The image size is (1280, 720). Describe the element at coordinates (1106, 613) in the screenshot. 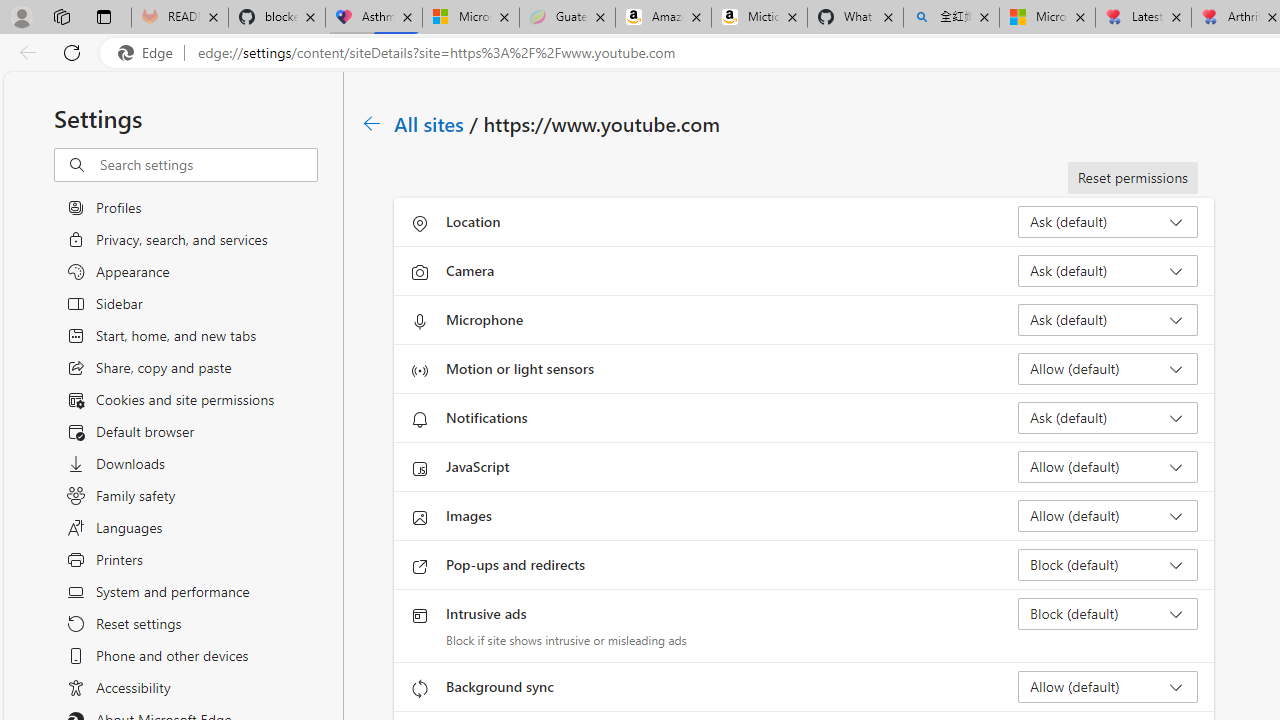

I see `'Intrusive ads Block (default)'` at that location.